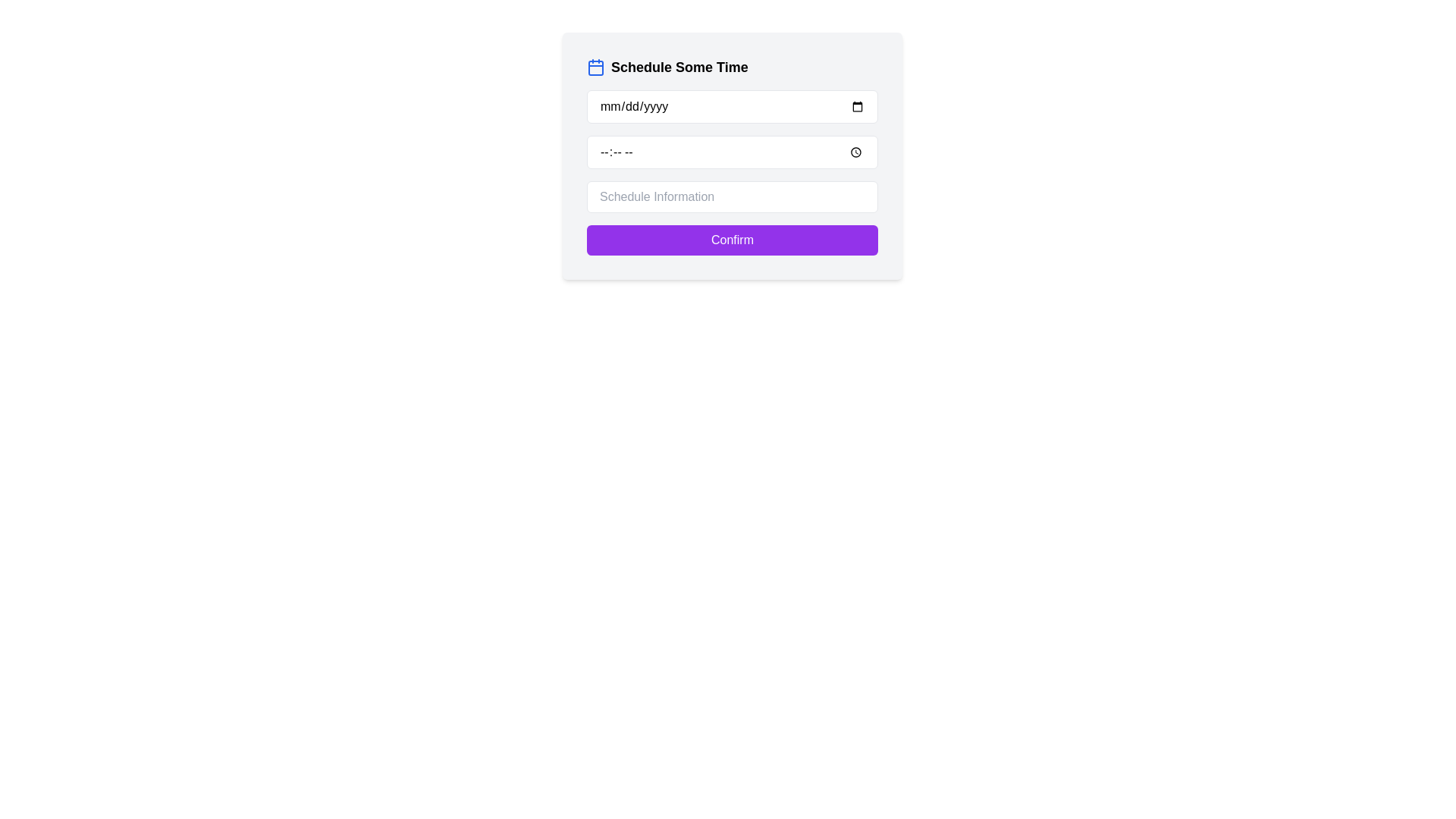  What do you see at coordinates (595, 67) in the screenshot?
I see `the interior rectangular part of the calendar icon located to the left of the title 'Schedule Some Time'` at bounding box center [595, 67].